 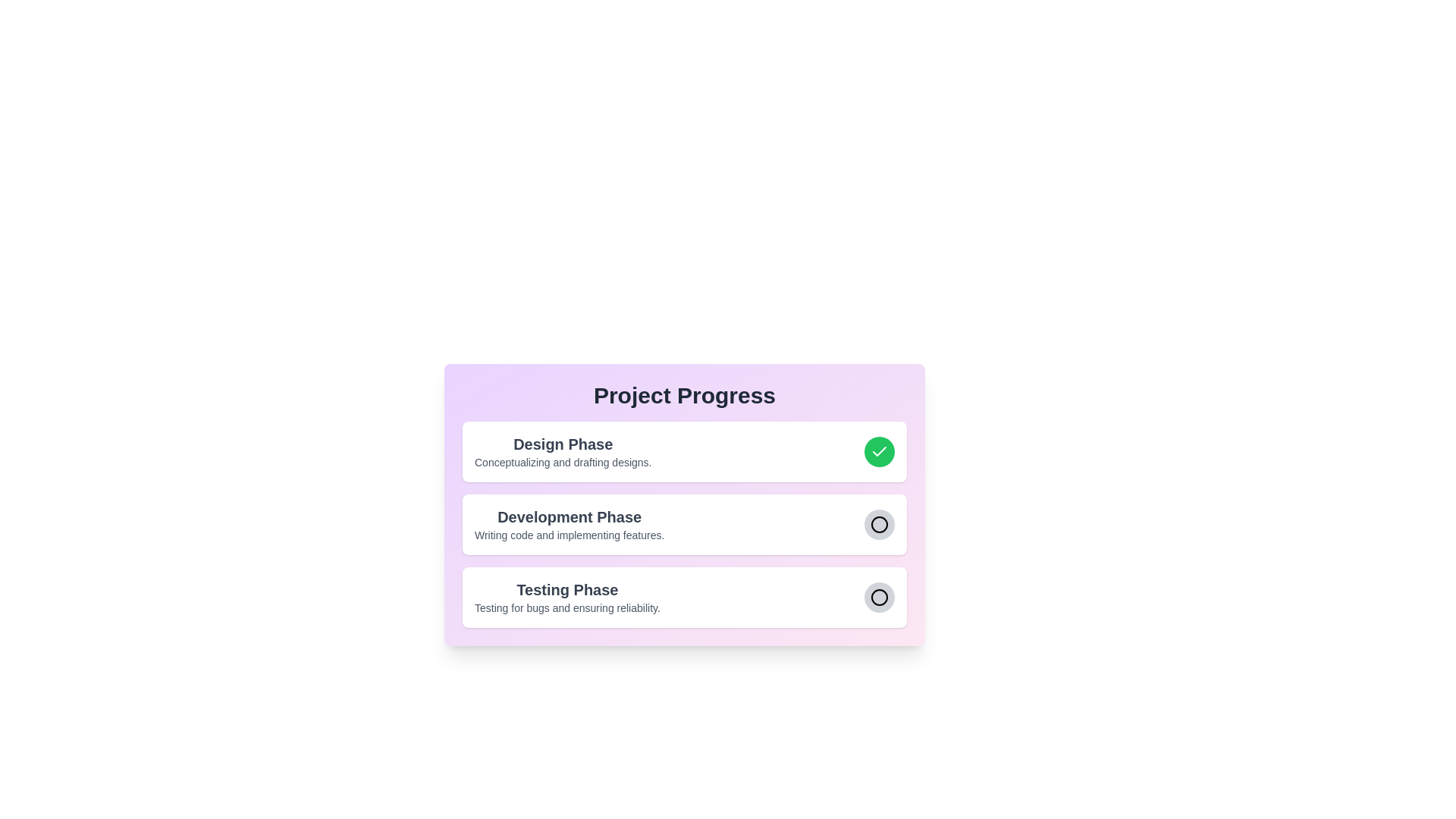 I want to click on the circular Toggle or state indicator icon located on the far-right side of the 'Testing Phase' section to modify its state, so click(x=874, y=596).